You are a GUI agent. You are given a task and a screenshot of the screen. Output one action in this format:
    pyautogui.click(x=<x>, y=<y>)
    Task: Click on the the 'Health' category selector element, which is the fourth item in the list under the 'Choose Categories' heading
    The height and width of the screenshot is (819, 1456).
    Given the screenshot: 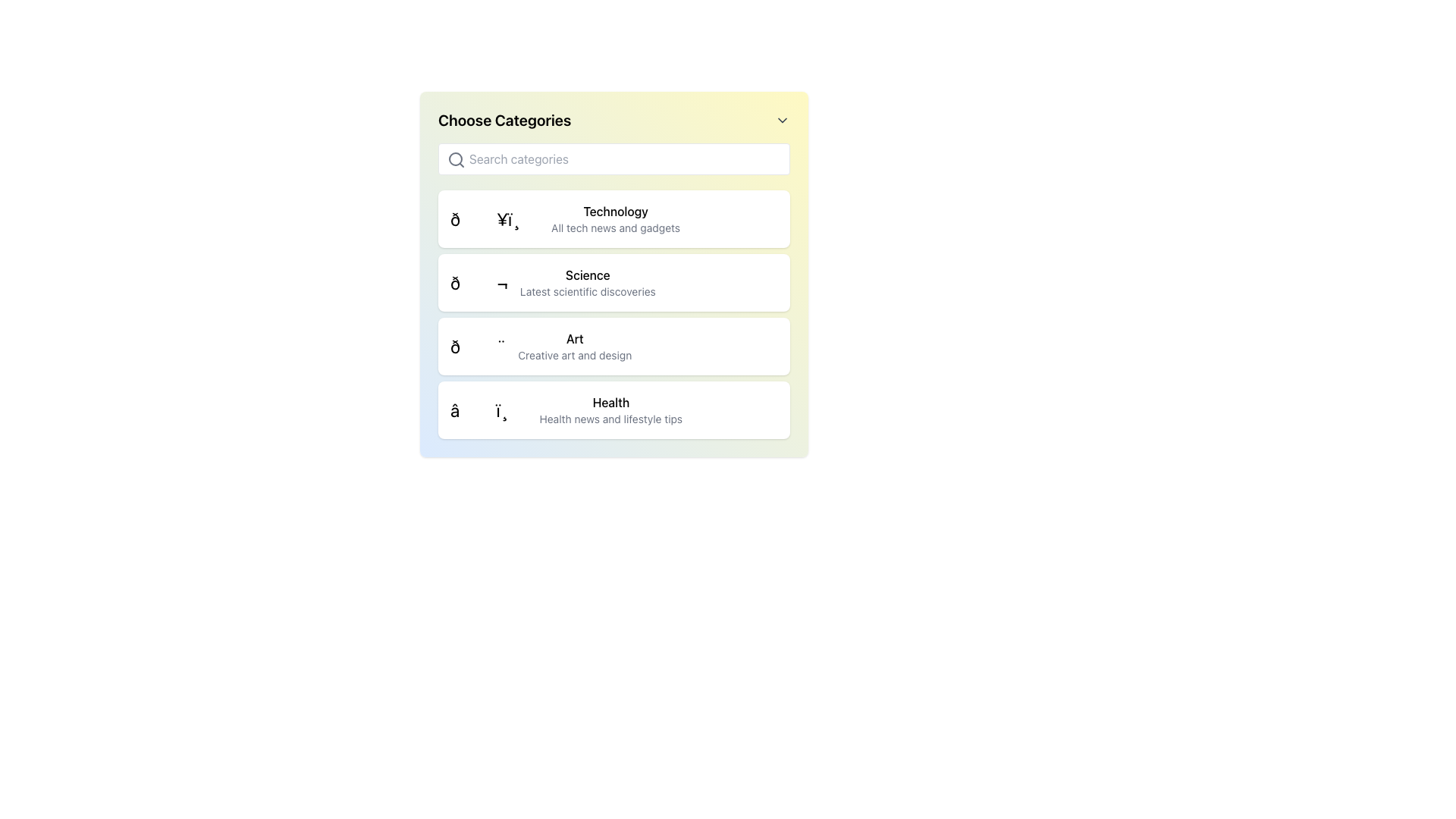 What is the action you would take?
    pyautogui.click(x=566, y=409)
    